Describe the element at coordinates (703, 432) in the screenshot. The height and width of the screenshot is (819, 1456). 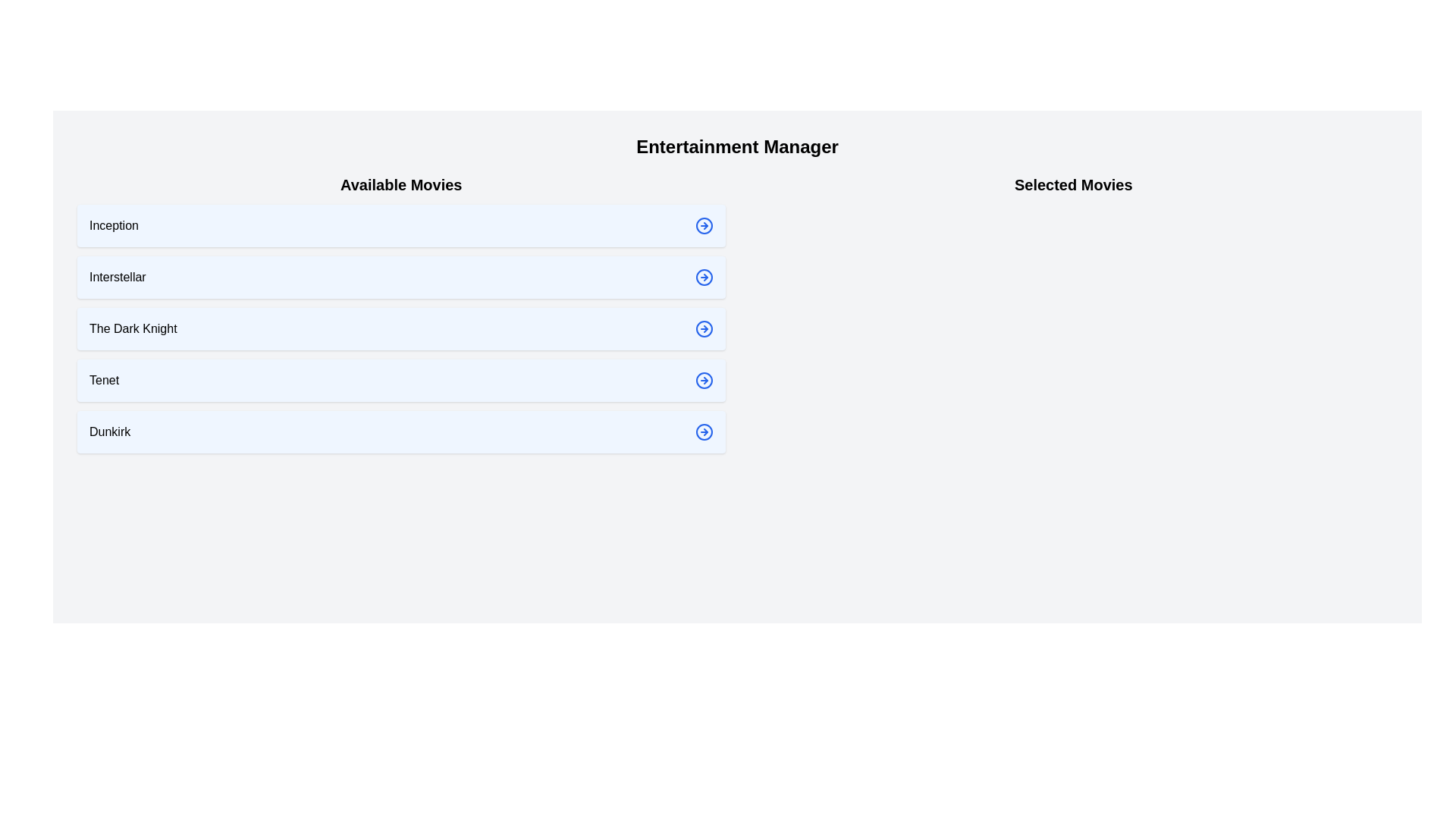
I see `the arrow icon next to the movie Dunkirk to select it` at that location.